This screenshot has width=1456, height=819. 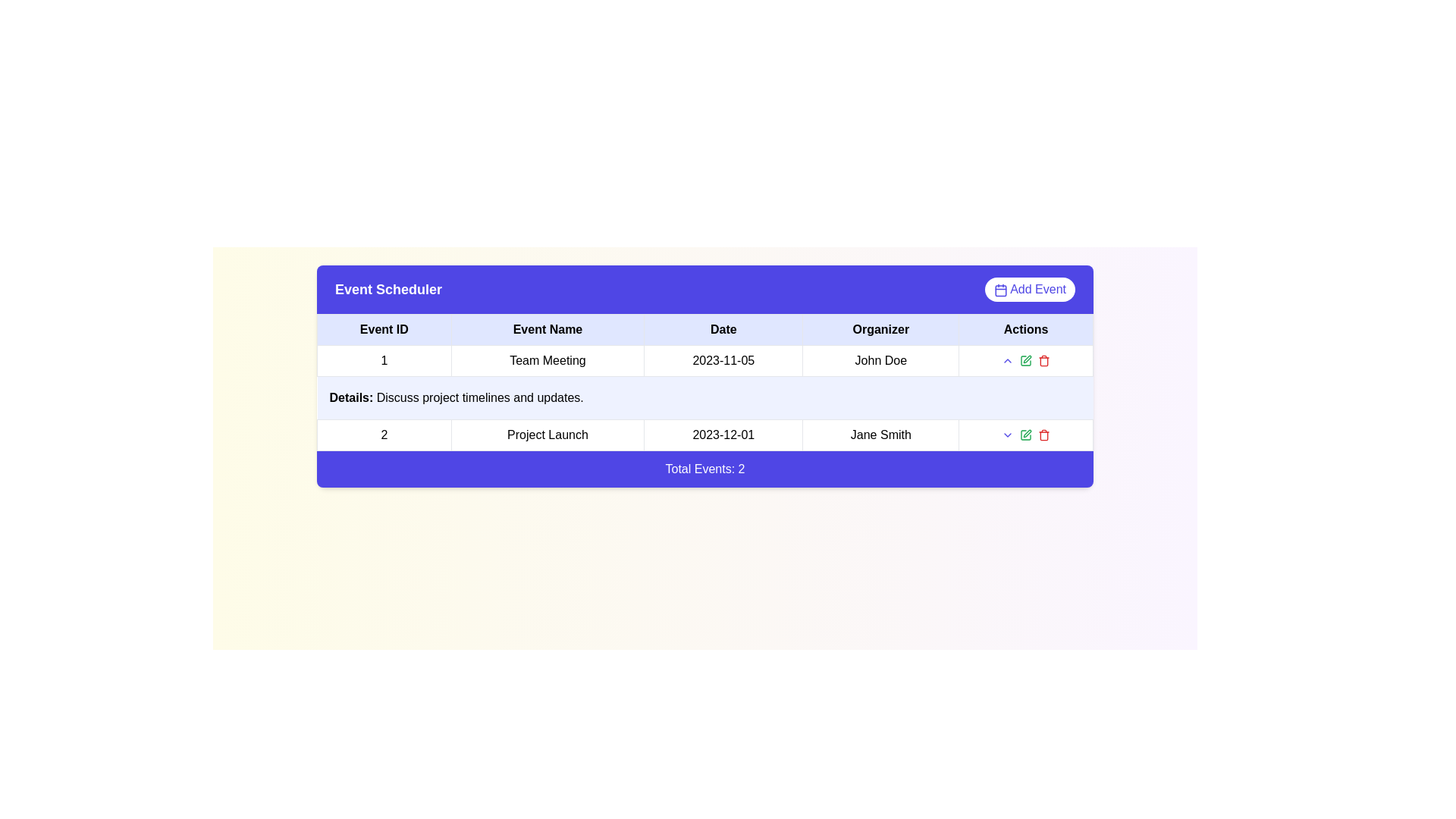 I want to click on the pen icon for edit action, which is a simple line-drawing styled SVG element located in the 'Actions' column of the second row in a tabular layout, so click(x=1028, y=359).